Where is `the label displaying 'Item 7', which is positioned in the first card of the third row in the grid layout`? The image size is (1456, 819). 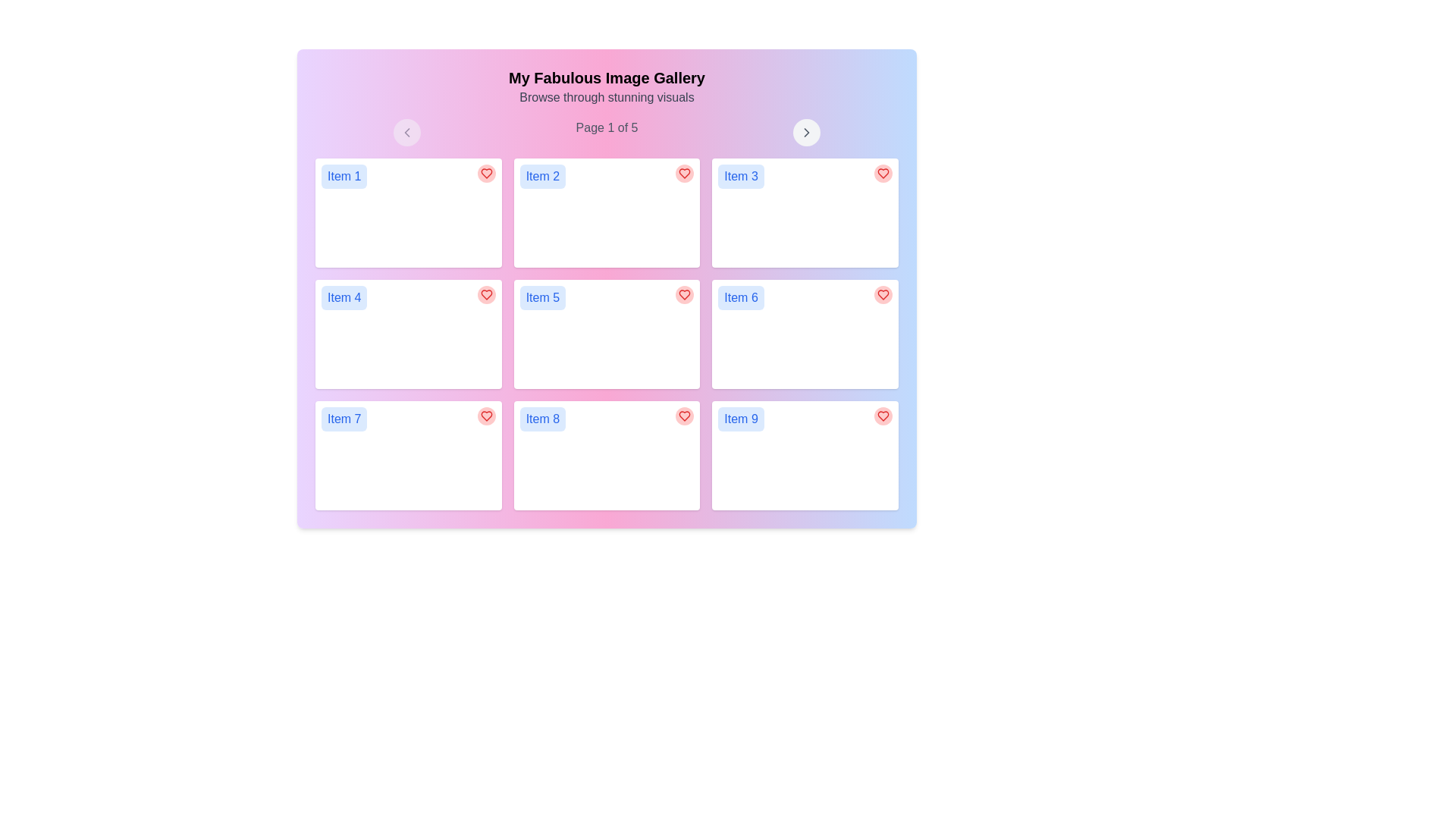
the label displaying 'Item 7', which is positioned in the first card of the third row in the grid layout is located at coordinates (344, 419).